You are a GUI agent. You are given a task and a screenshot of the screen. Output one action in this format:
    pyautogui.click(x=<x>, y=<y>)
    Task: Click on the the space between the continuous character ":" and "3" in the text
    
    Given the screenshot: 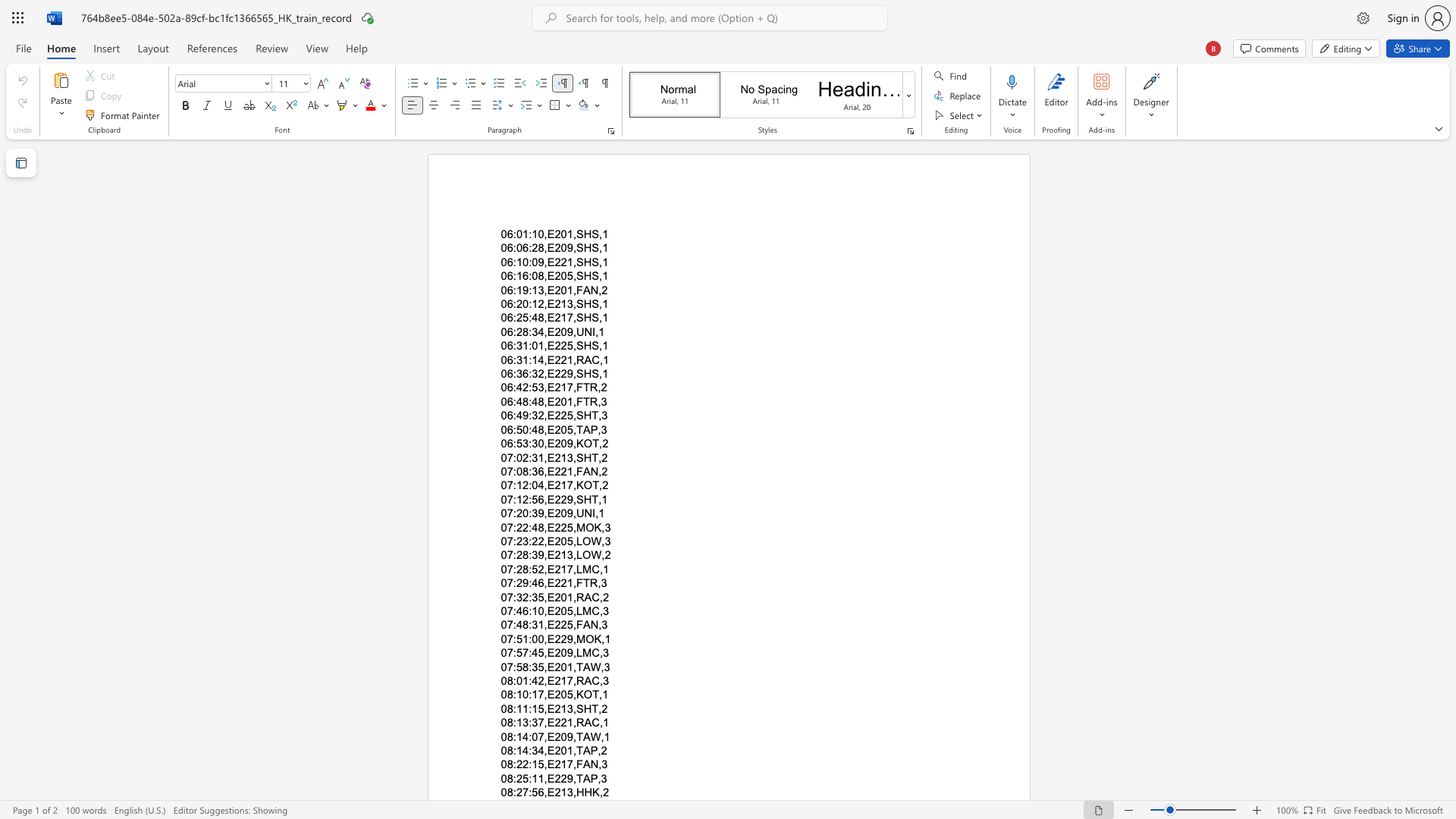 What is the action you would take?
    pyautogui.click(x=516, y=359)
    